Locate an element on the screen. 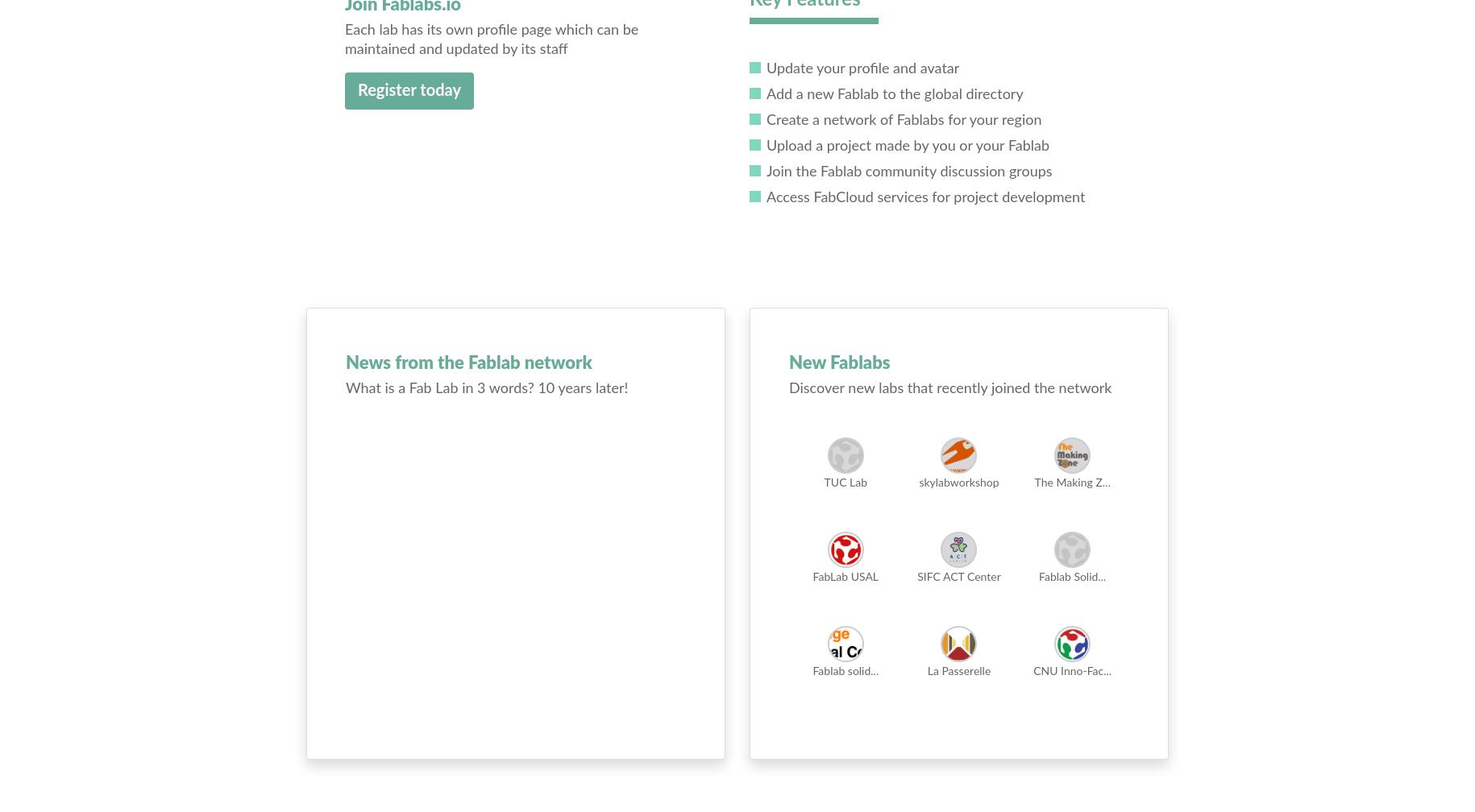  'Add a new Fablab to the global directory' is located at coordinates (893, 95).